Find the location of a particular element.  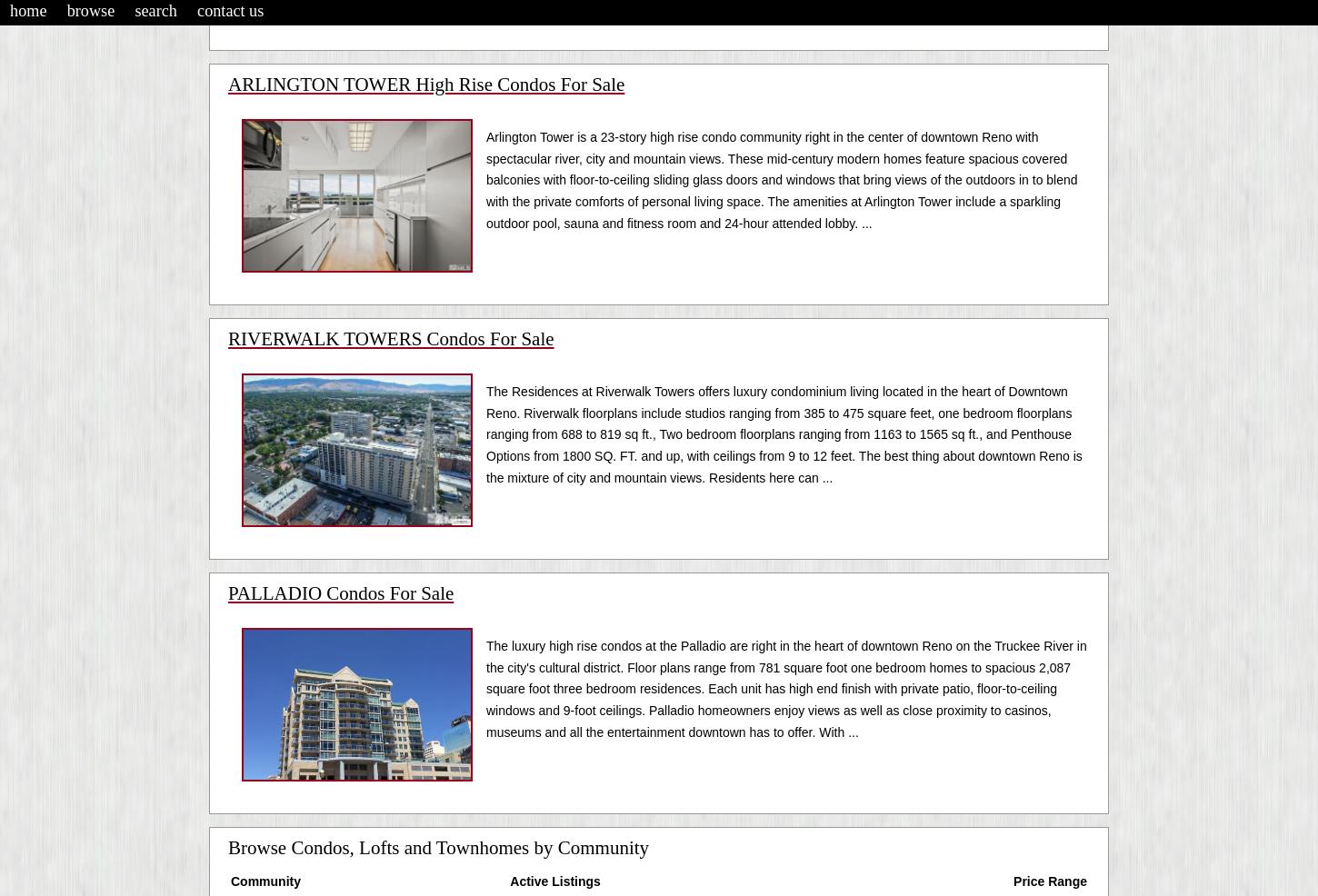

'Community' is located at coordinates (265, 881).